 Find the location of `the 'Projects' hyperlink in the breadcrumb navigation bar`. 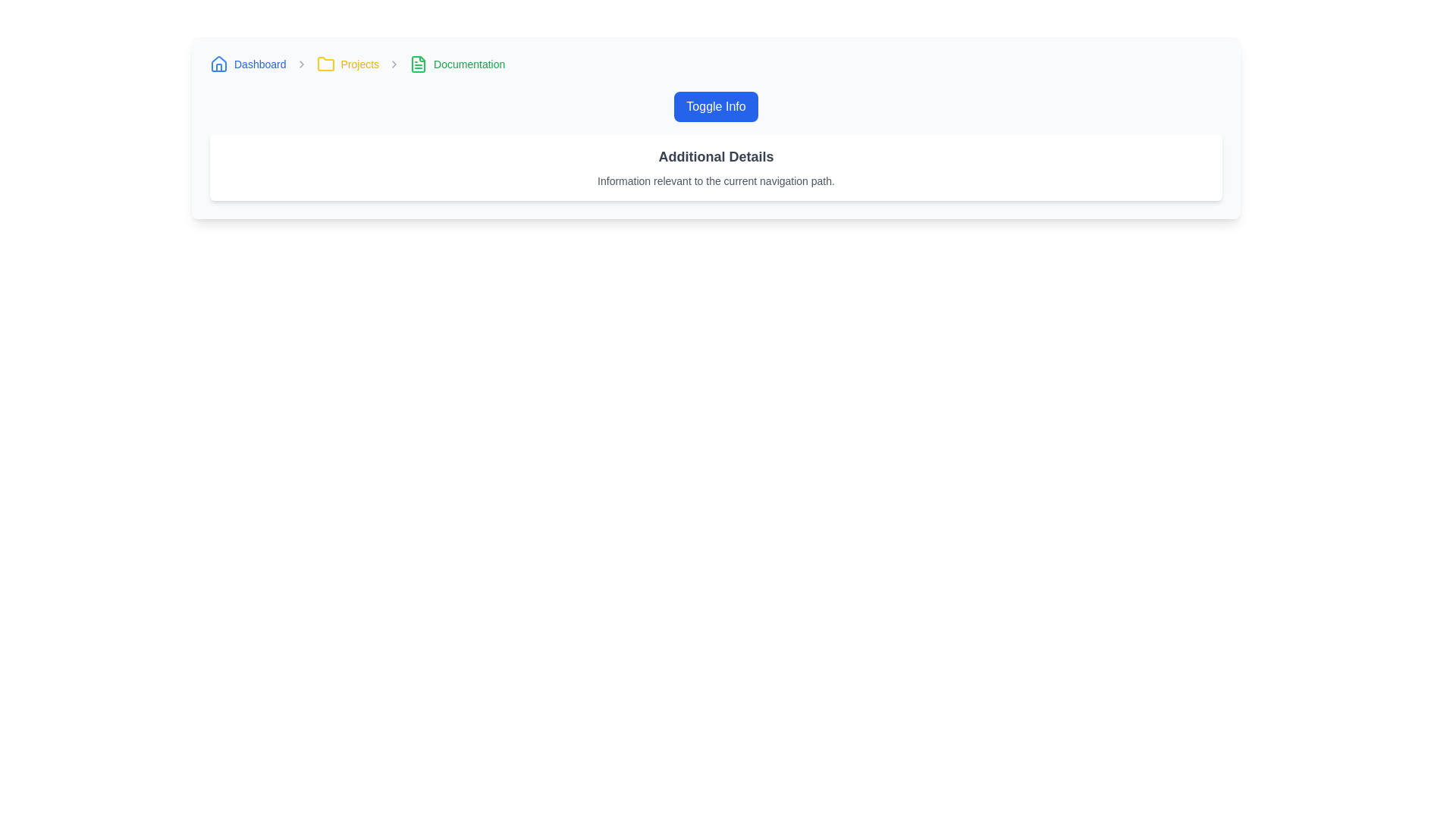

the 'Projects' hyperlink in the breadcrumb navigation bar is located at coordinates (359, 63).